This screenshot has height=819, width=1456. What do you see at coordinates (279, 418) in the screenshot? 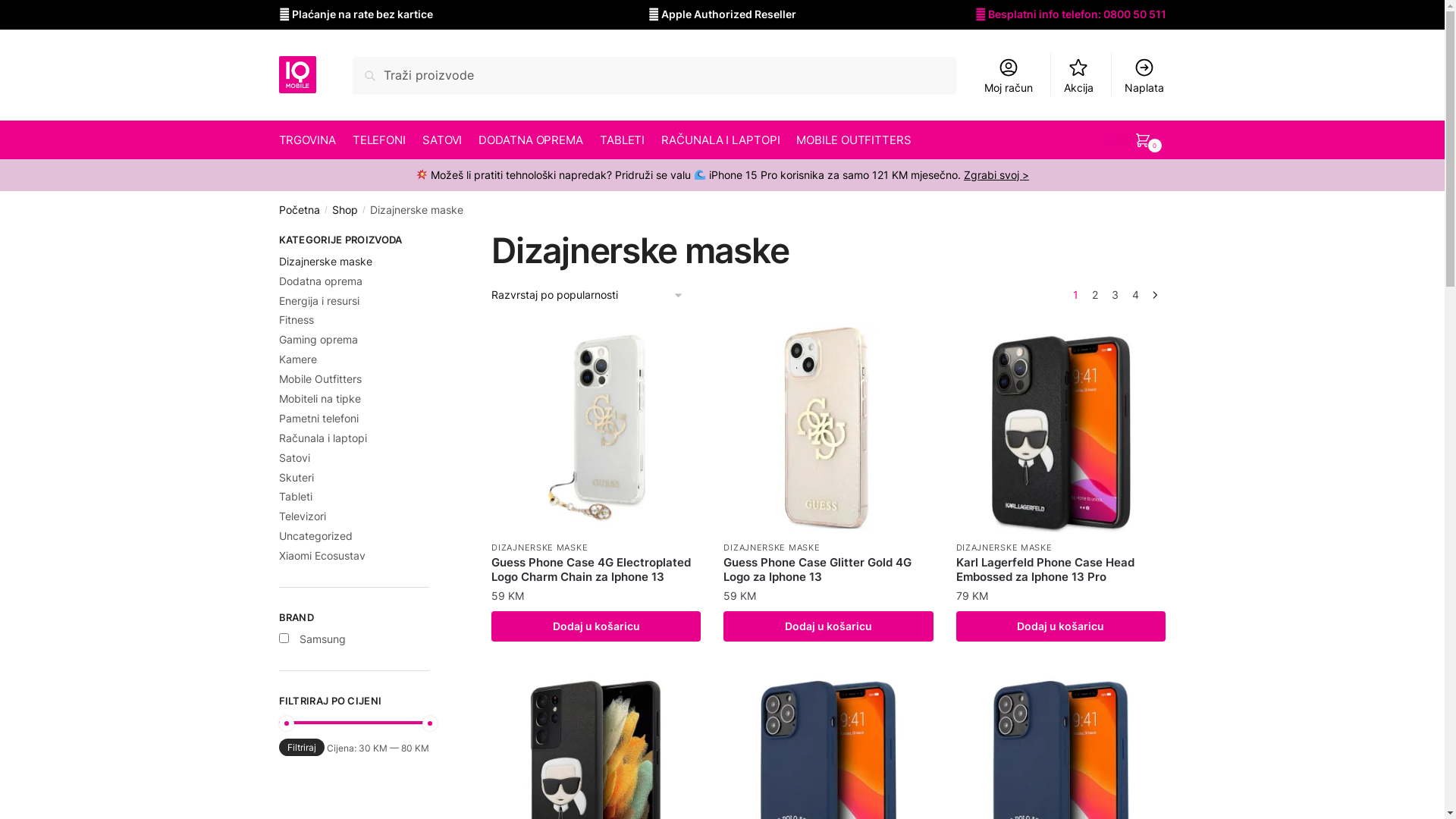
I see `'Pametni telefoni'` at bounding box center [279, 418].